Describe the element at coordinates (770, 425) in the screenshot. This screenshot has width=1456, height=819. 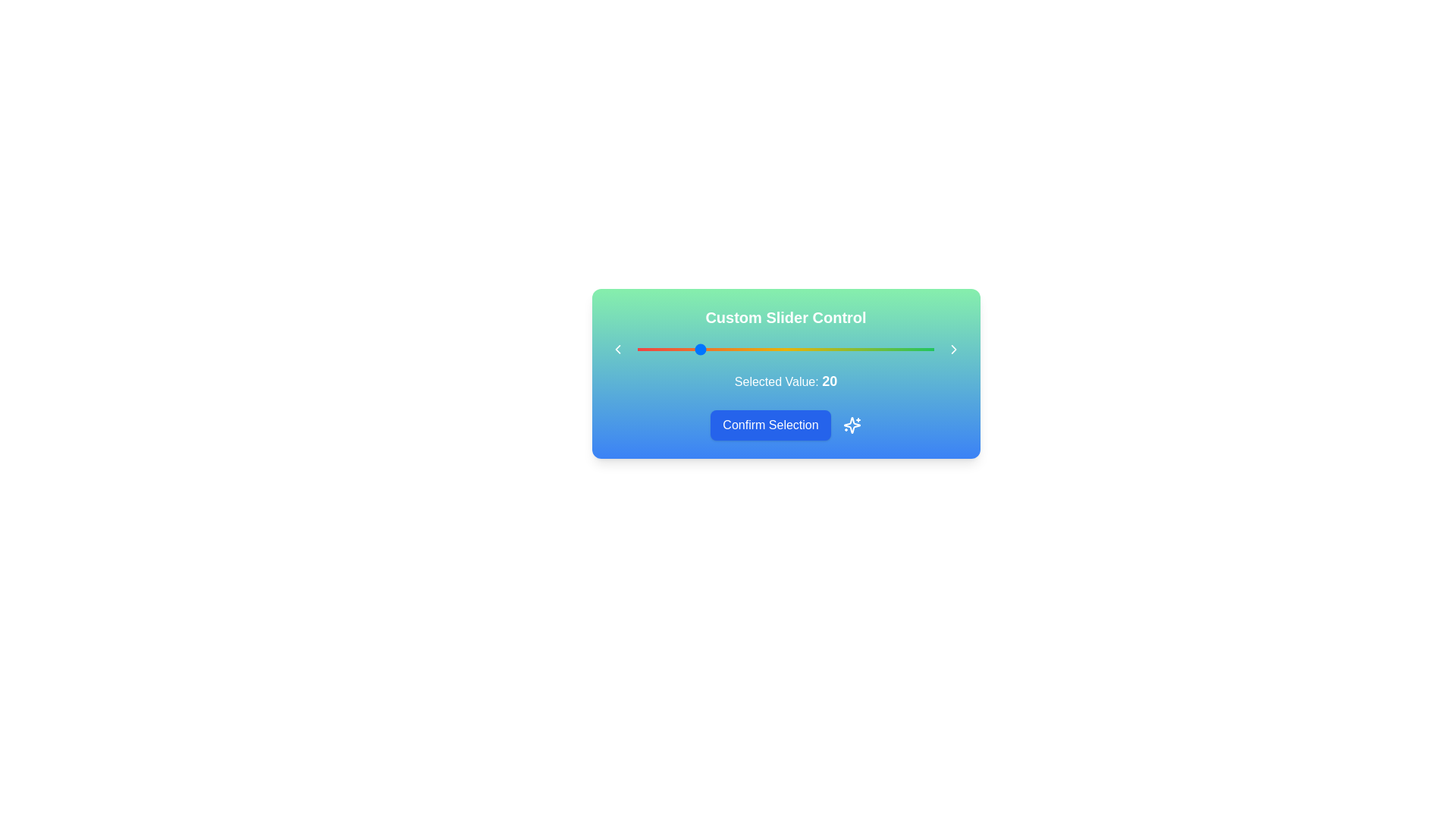
I see `the 'Confirm Selection' button` at that location.